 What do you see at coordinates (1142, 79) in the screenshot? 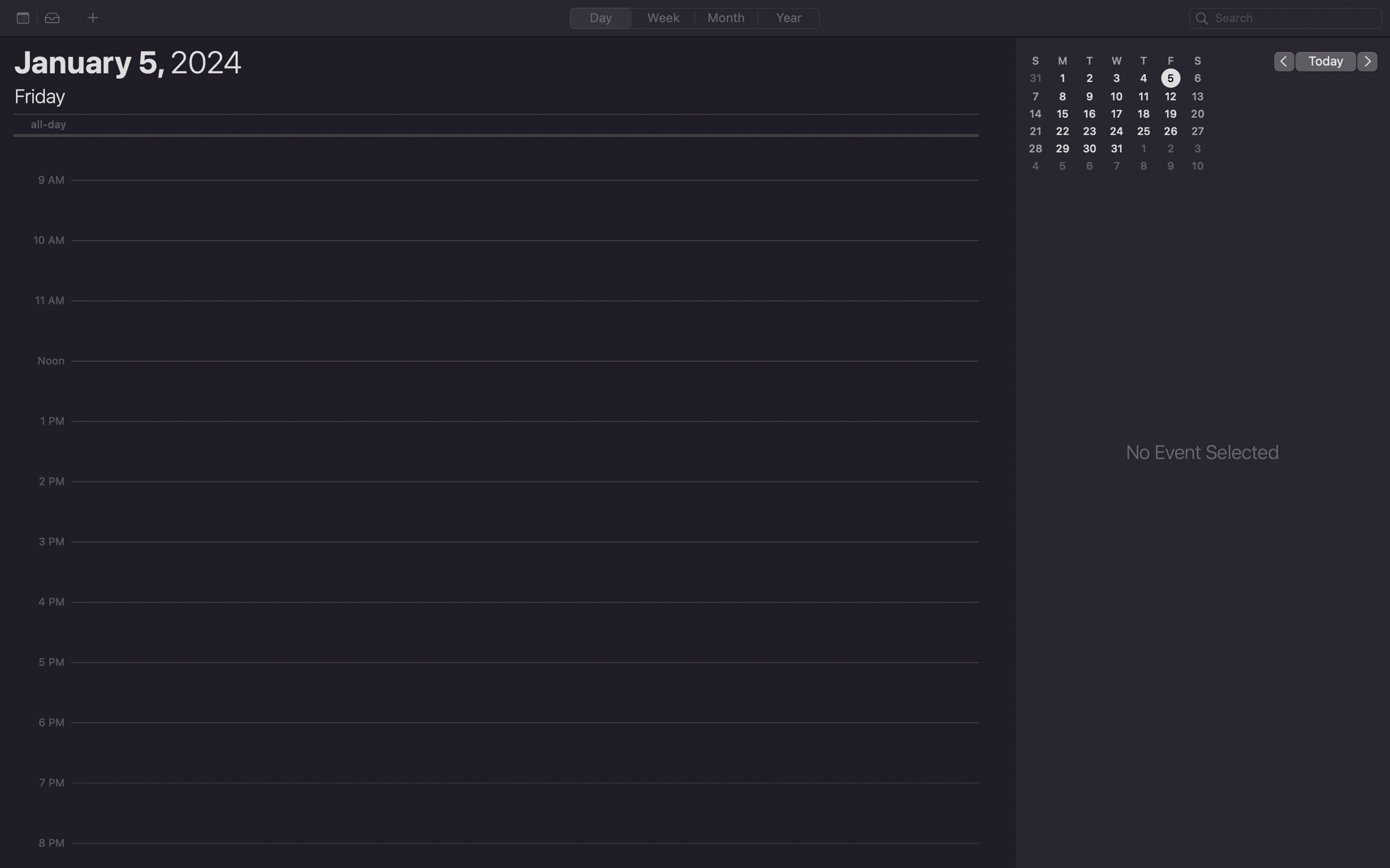
I see `the digit 4 on the screen` at bounding box center [1142, 79].